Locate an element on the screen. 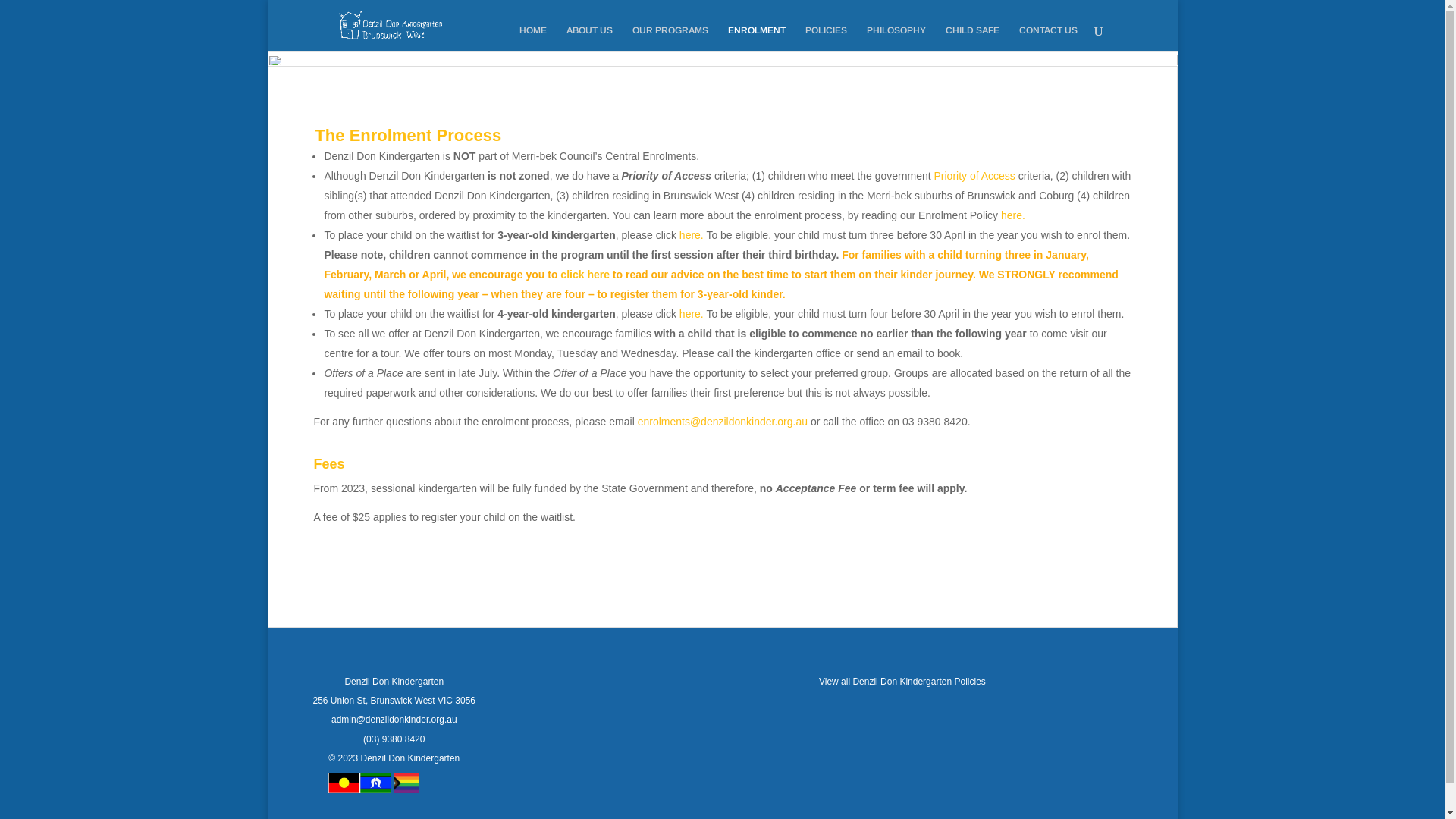  'View all Denzil Don Kindergarten Policies' is located at coordinates (818, 680).